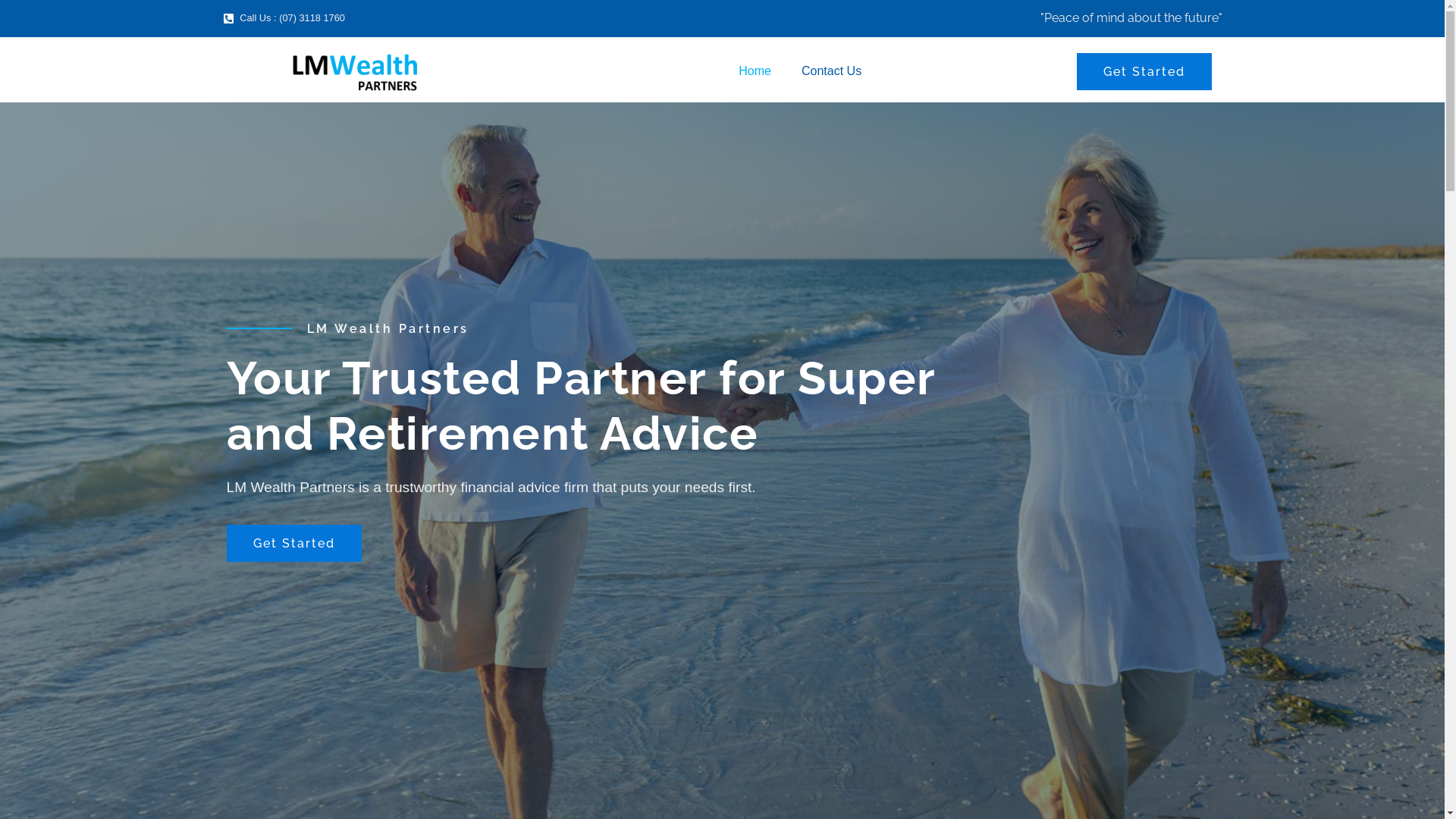 This screenshot has width=1456, height=819. I want to click on 'Home', so click(755, 71).